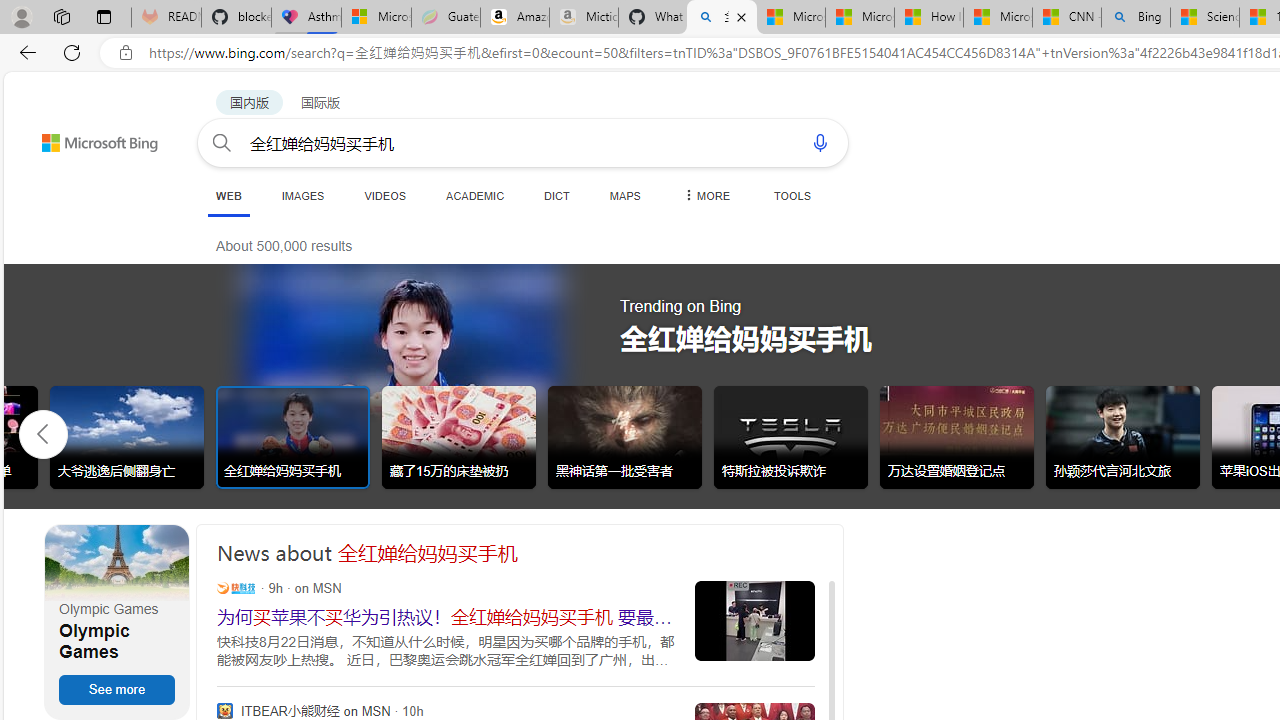 The width and height of the screenshot is (1280, 720). I want to click on 'How I Got Rid of Microsoft Edge', so click(927, 17).